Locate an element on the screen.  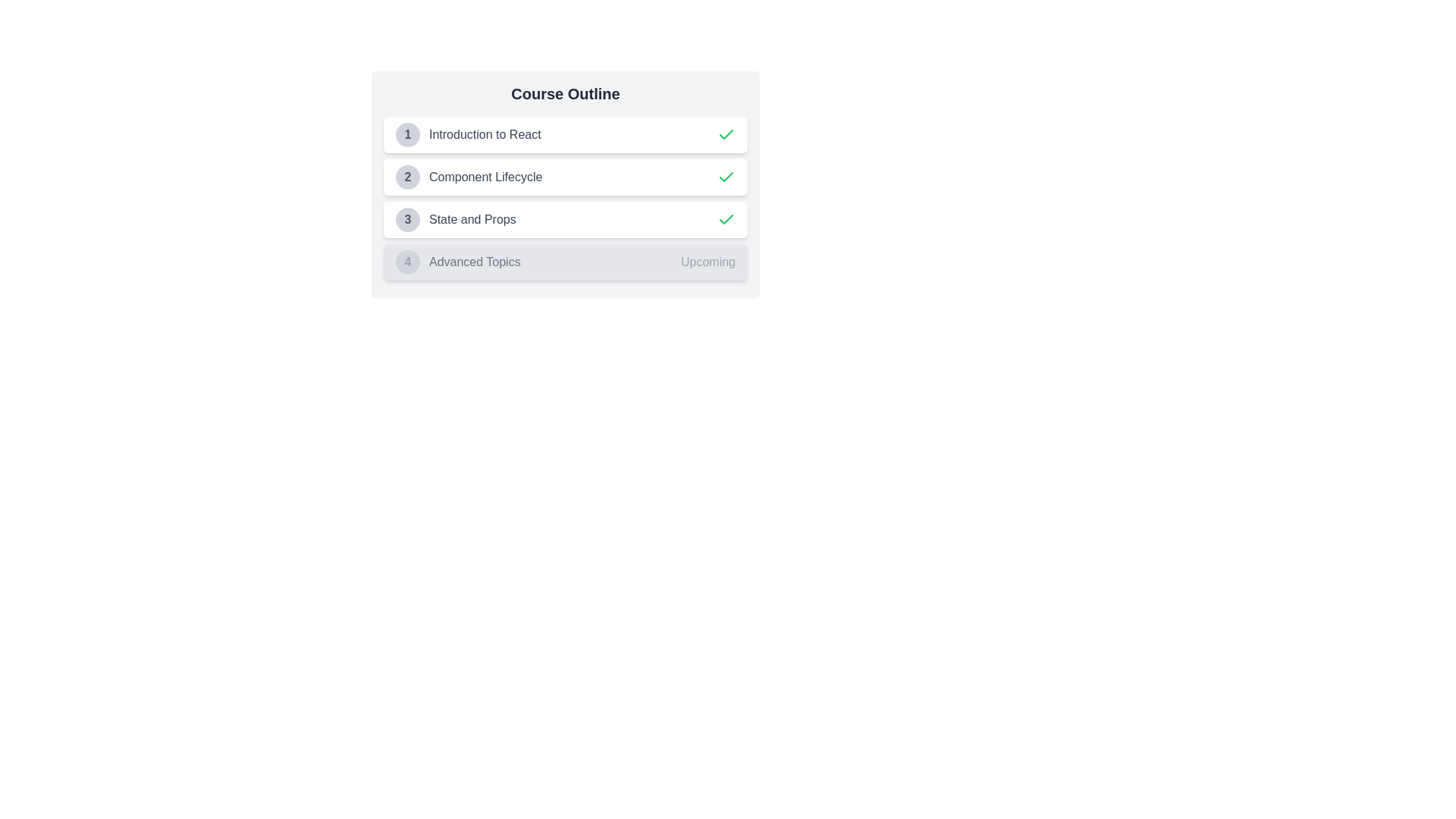
the second list item labeled 'Component Lifecycle' which has a circular badge showing the number '2' is located at coordinates (468, 177).